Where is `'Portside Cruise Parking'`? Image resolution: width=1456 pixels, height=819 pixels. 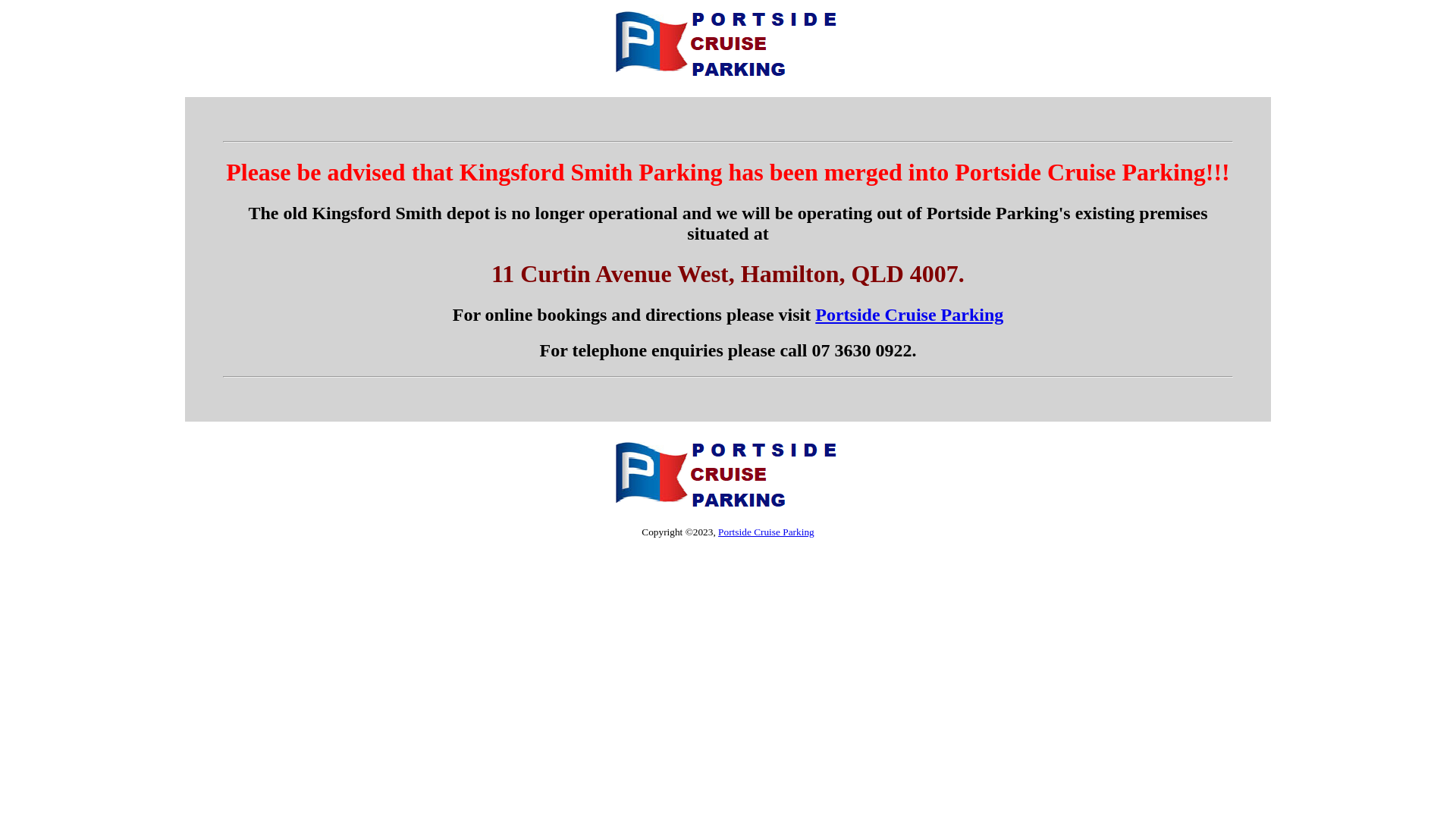
'Portside Cruise Parking' is located at coordinates (909, 314).